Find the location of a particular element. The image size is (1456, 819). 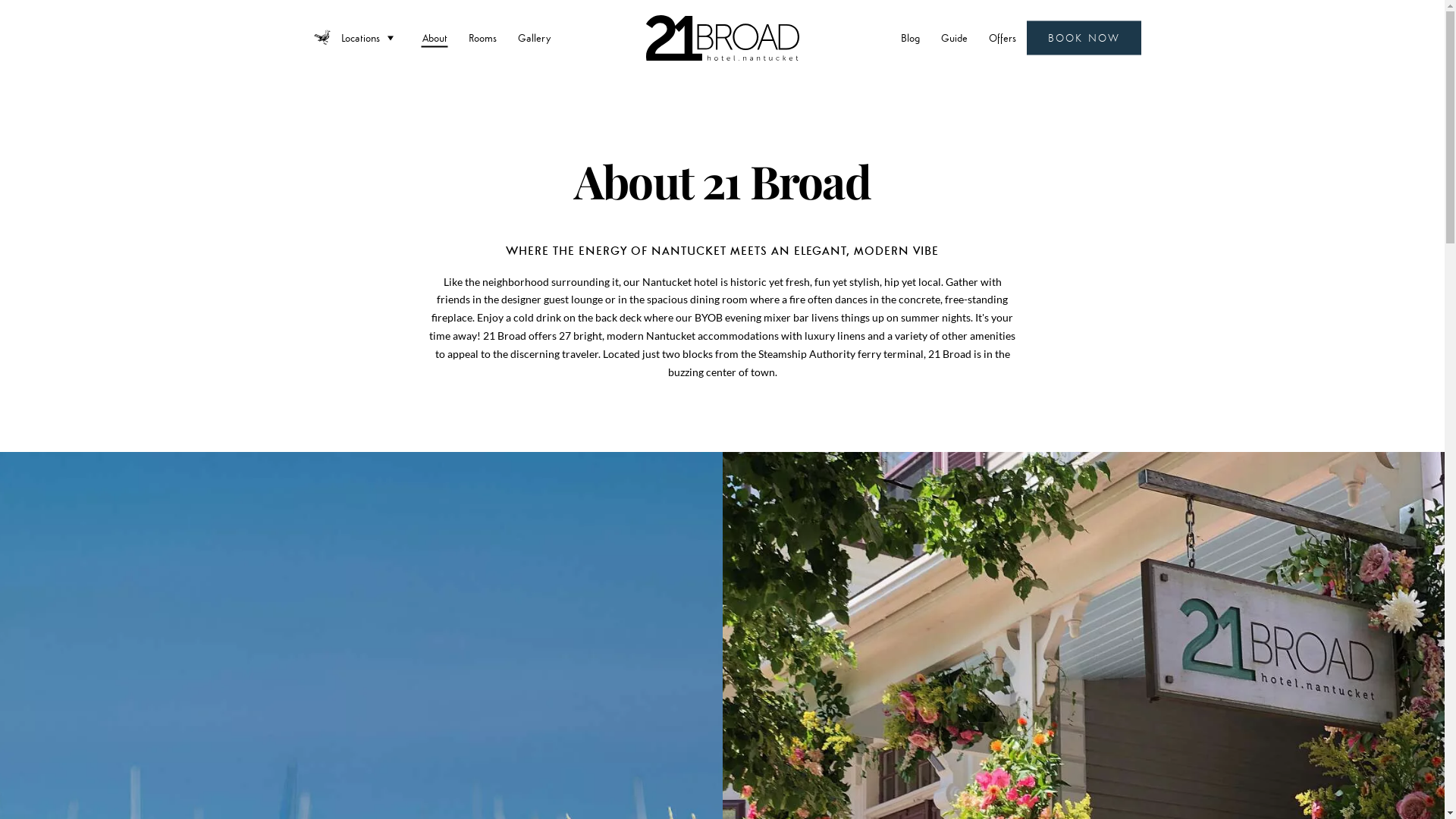

'Guide' is located at coordinates (953, 37).